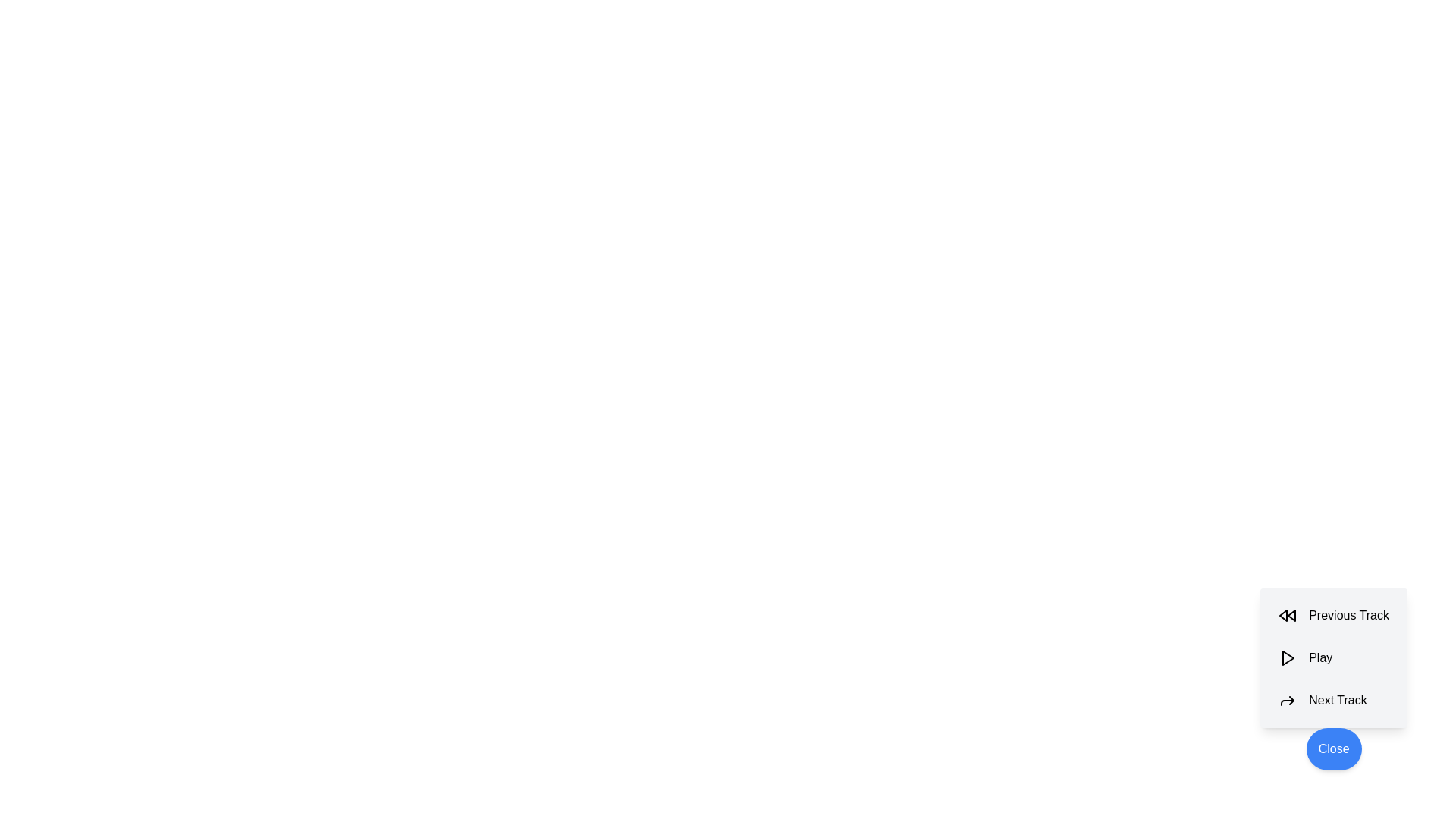  What do you see at coordinates (1333, 616) in the screenshot?
I see `the 'Previous Track' button, which features a double arrow icon pointing left` at bounding box center [1333, 616].